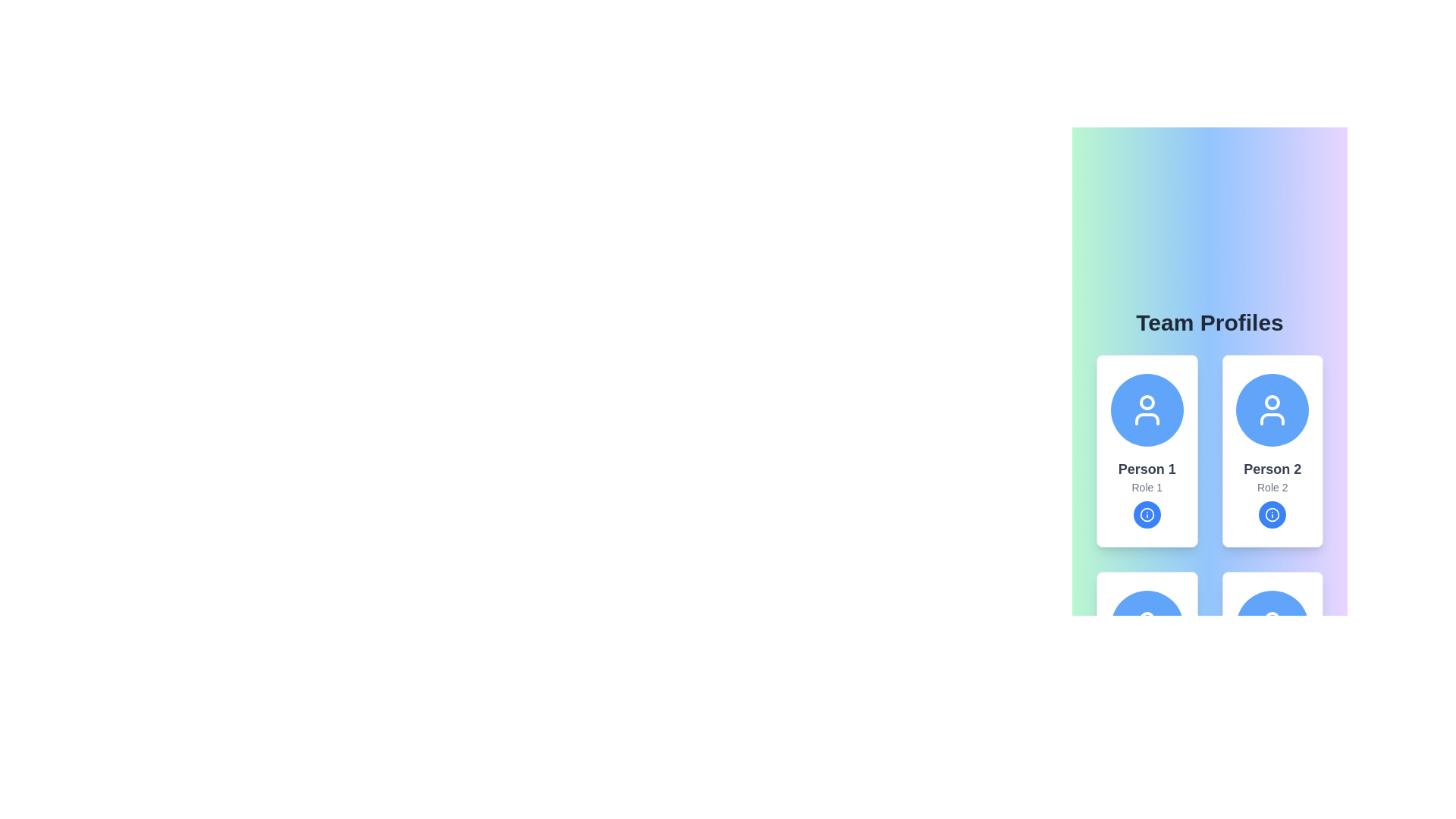 This screenshot has width=1456, height=819. I want to click on text heading that says 'Team Profiles', which is bold and large, located at the top center of the section with a gradient background, so click(1209, 322).